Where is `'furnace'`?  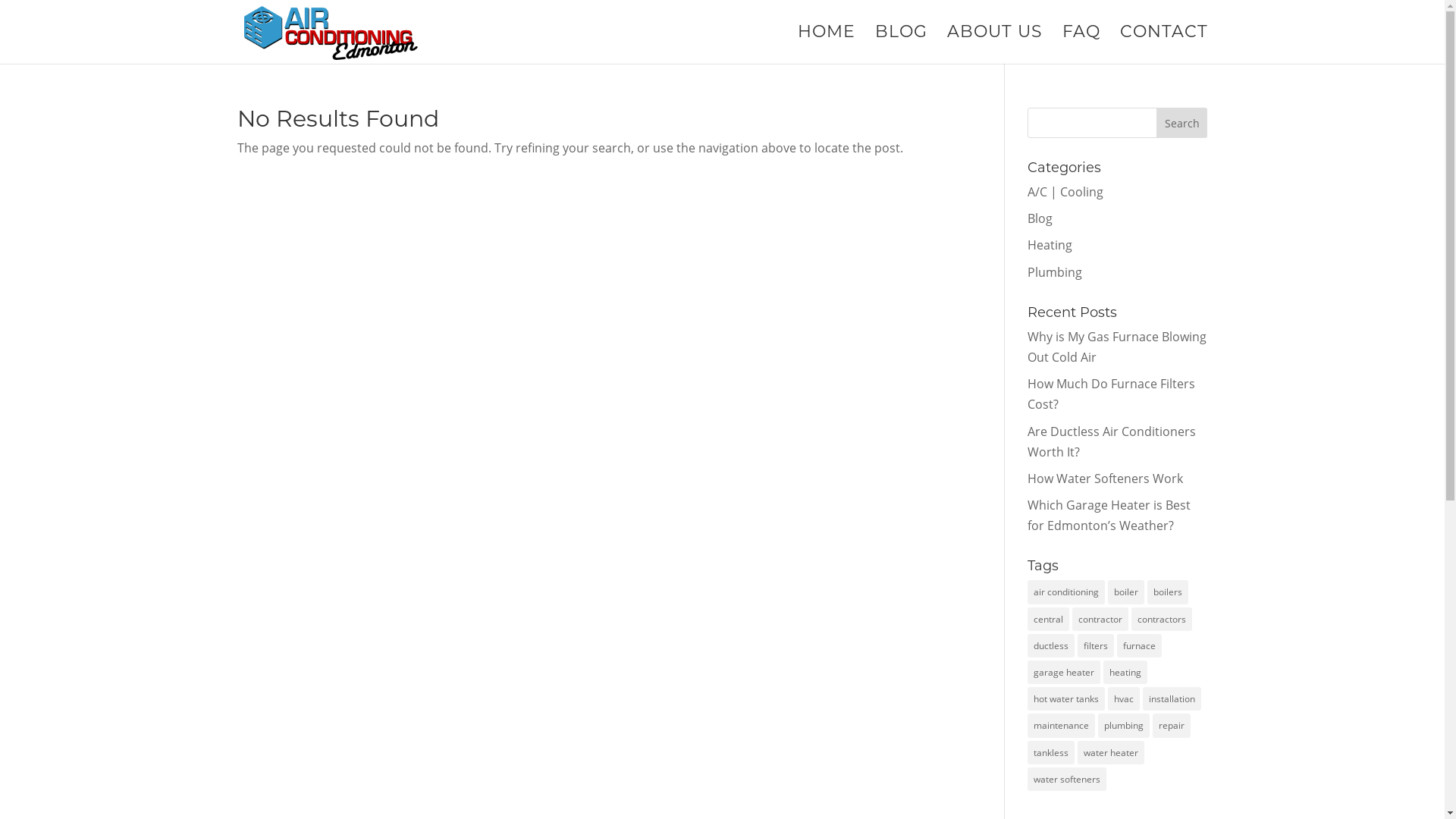 'furnace' is located at coordinates (1139, 645).